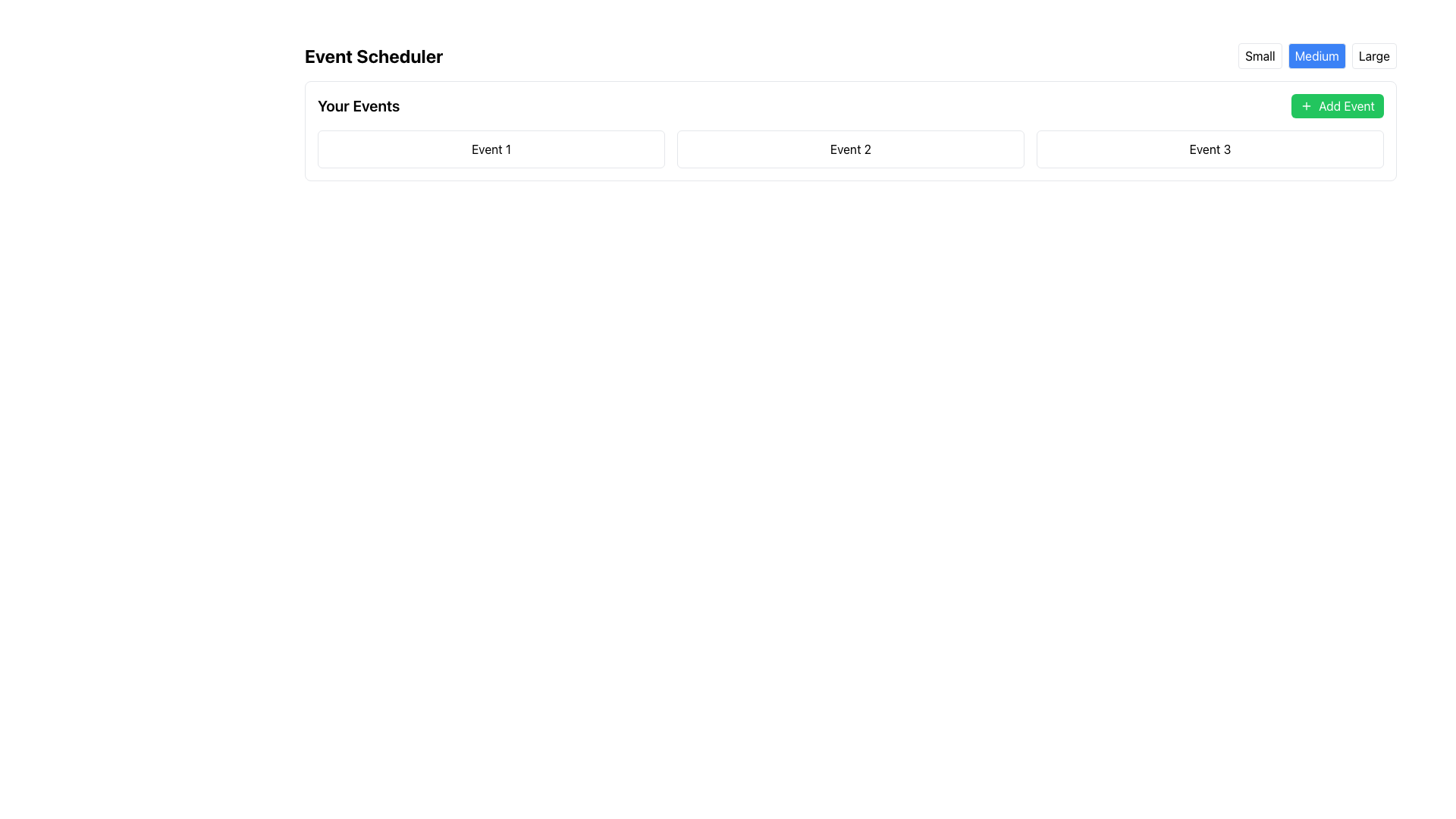 The width and height of the screenshot is (1456, 819). What do you see at coordinates (1347, 105) in the screenshot?
I see `text label 'Add Event' which is displayed in white on a green button located in the top-right area of the 'Your Events' section` at bounding box center [1347, 105].